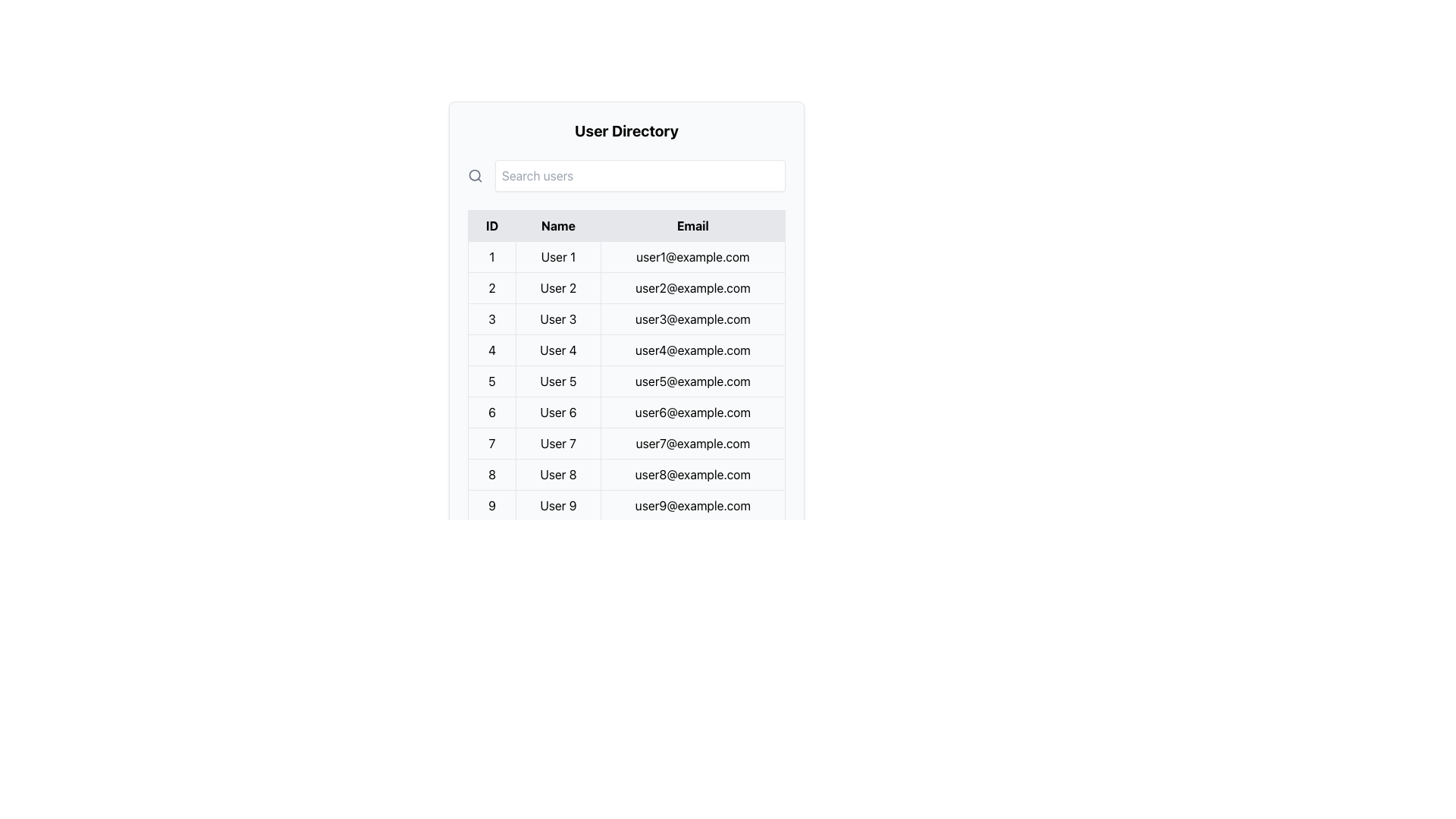 This screenshot has width=1456, height=819. Describe the element at coordinates (626, 444) in the screenshot. I see `the seventh row of the user directory table` at that location.